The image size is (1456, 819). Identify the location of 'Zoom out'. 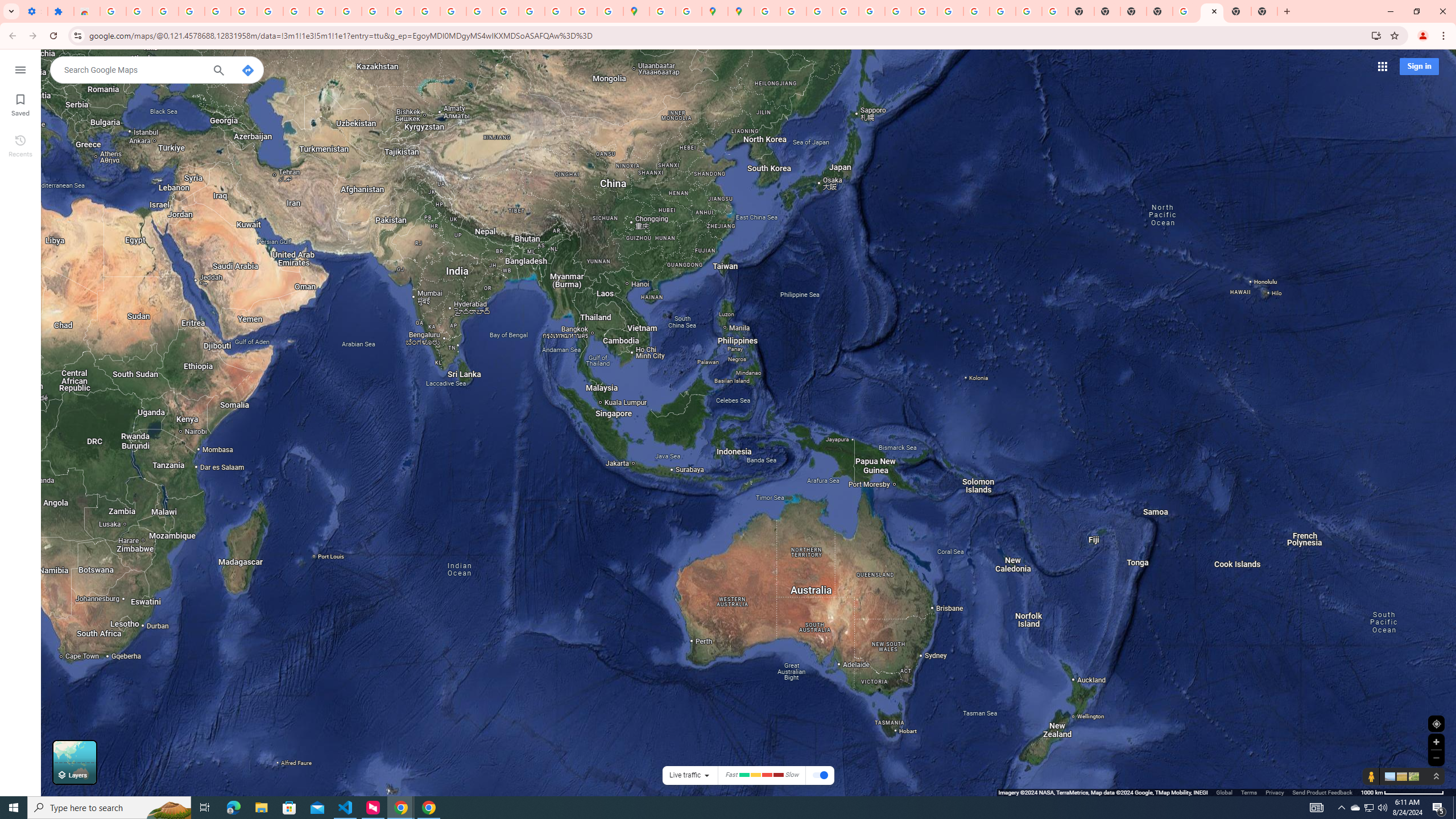
(1436, 758).